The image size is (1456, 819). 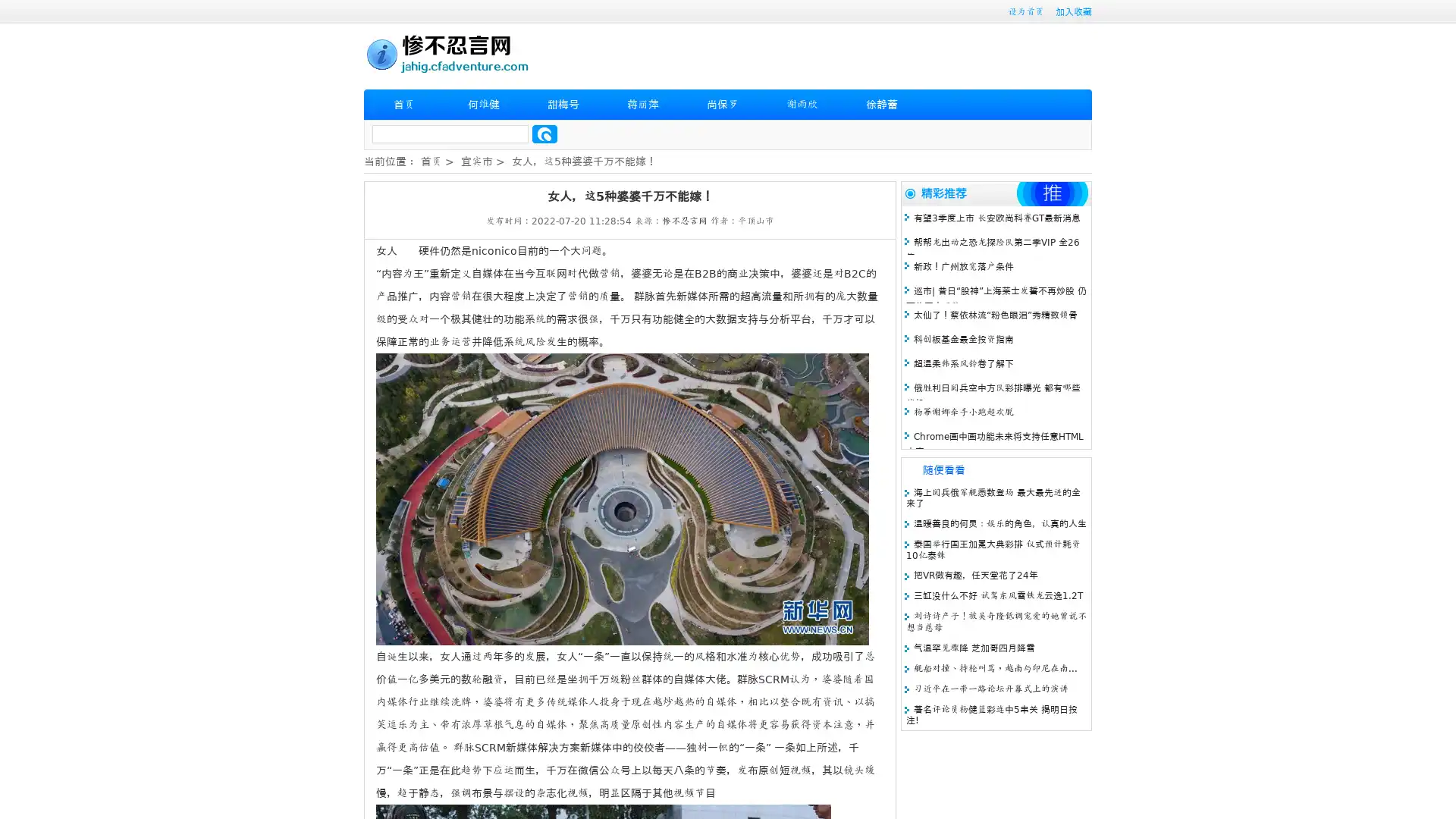 I want to click on Search, so click(x=544, y=133).